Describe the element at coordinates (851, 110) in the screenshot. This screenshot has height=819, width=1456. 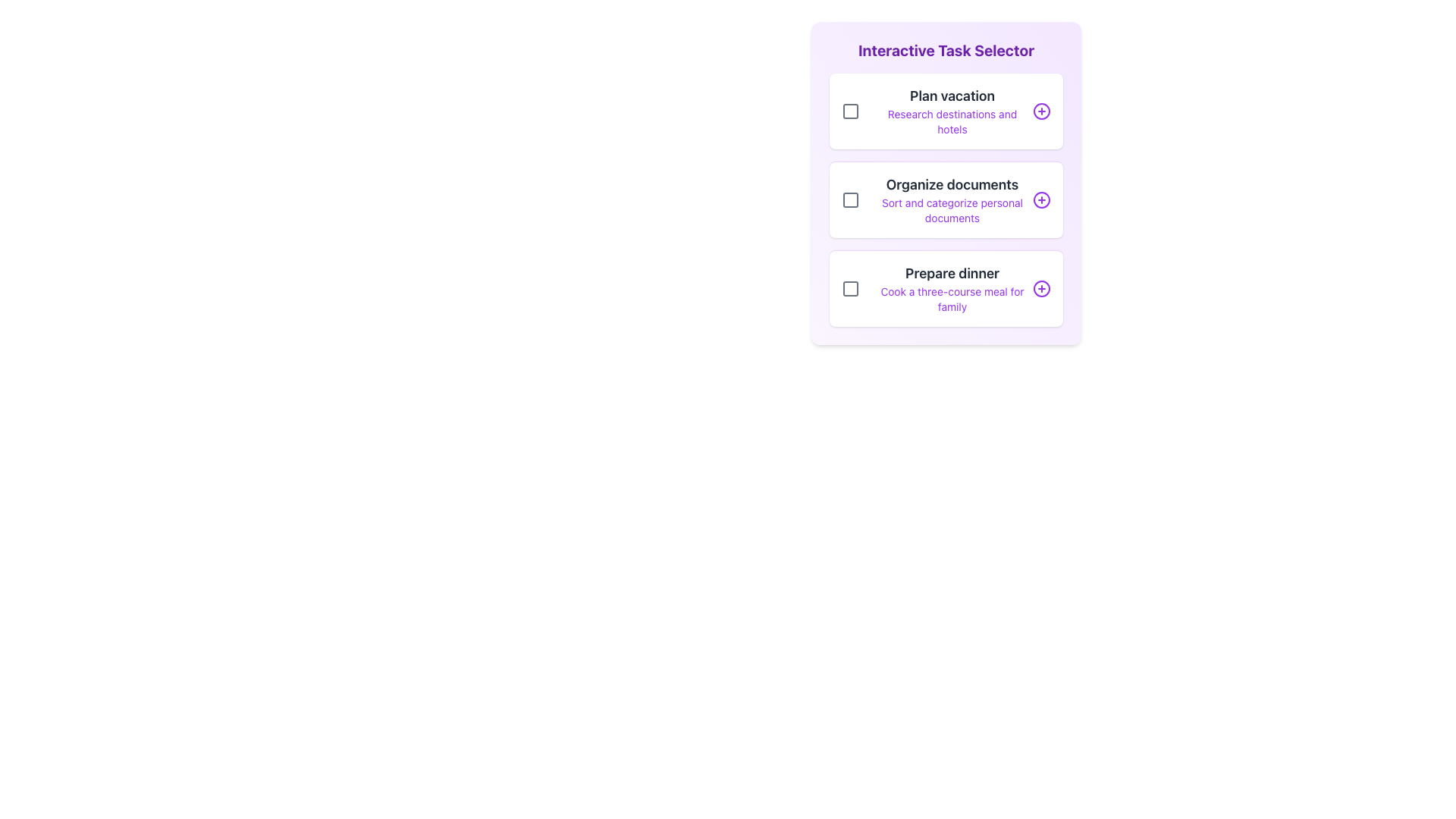
I see `the interactive checkbox located on the left side next to the text 'Plan vacation' to mark it as checked` at that location.